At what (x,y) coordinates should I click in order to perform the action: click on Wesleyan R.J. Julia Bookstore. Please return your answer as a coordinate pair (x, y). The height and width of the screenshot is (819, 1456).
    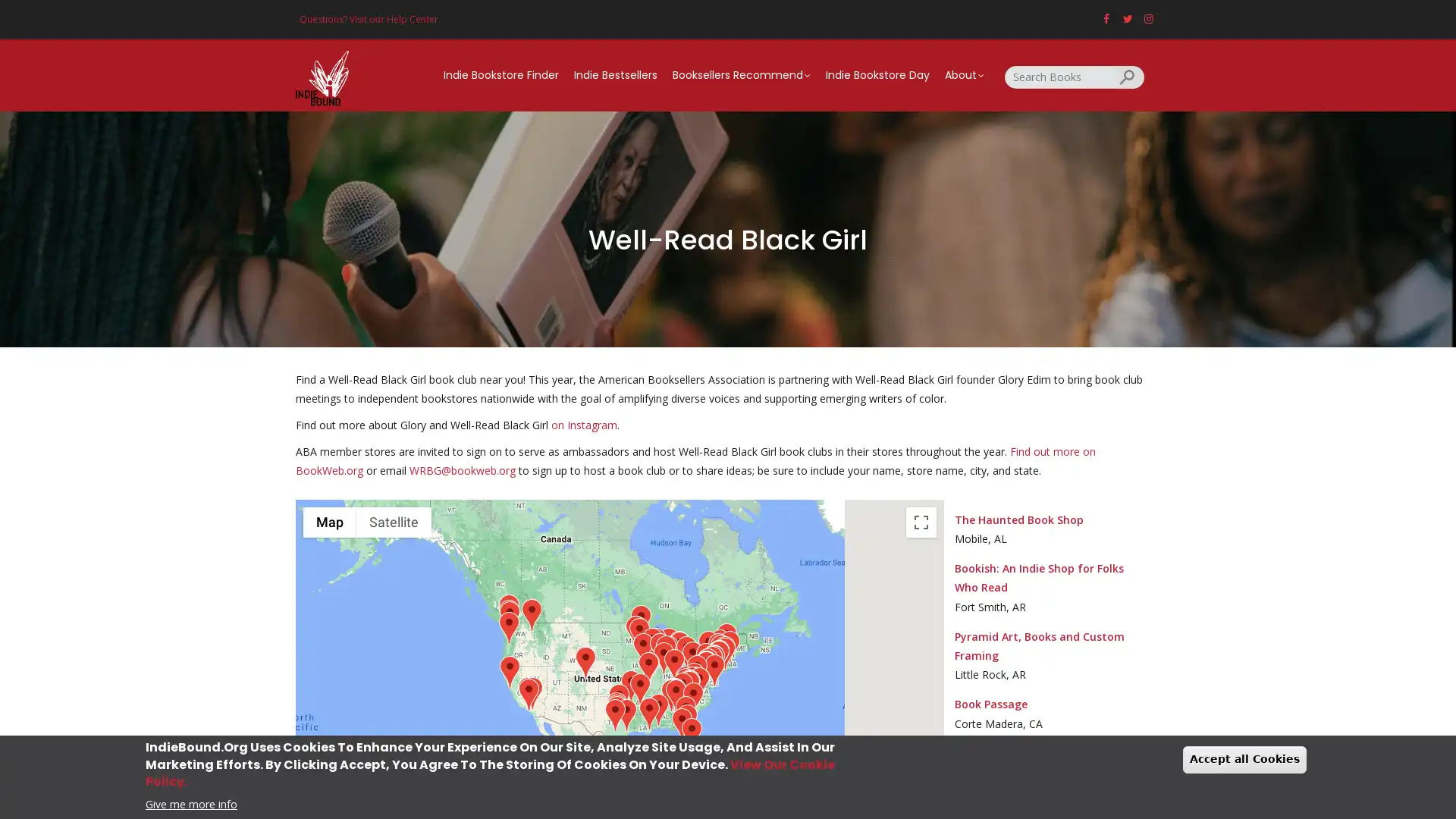
    Looking at the image, I should click on (723, 651).